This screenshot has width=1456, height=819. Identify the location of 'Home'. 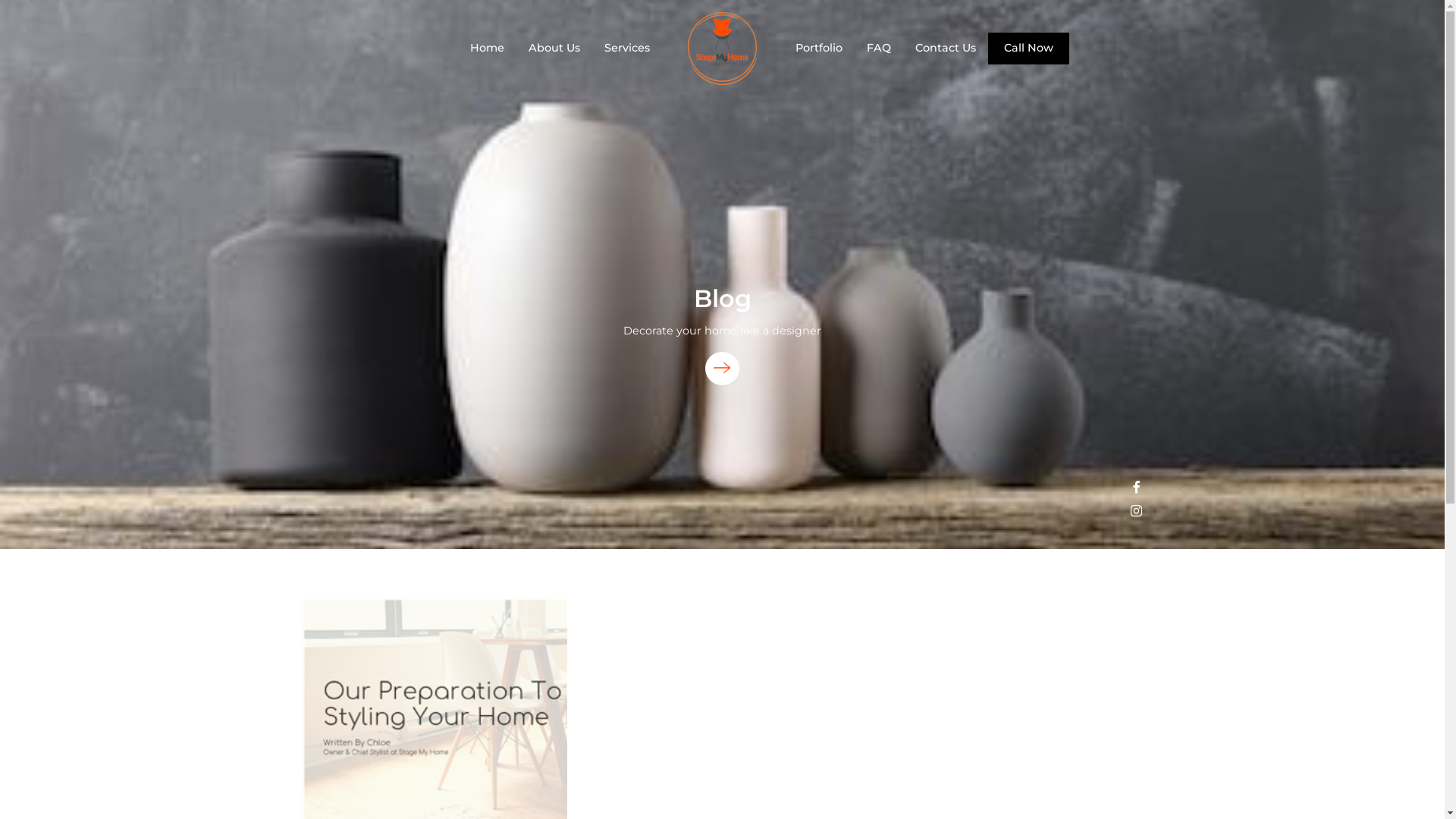
(487, 46).